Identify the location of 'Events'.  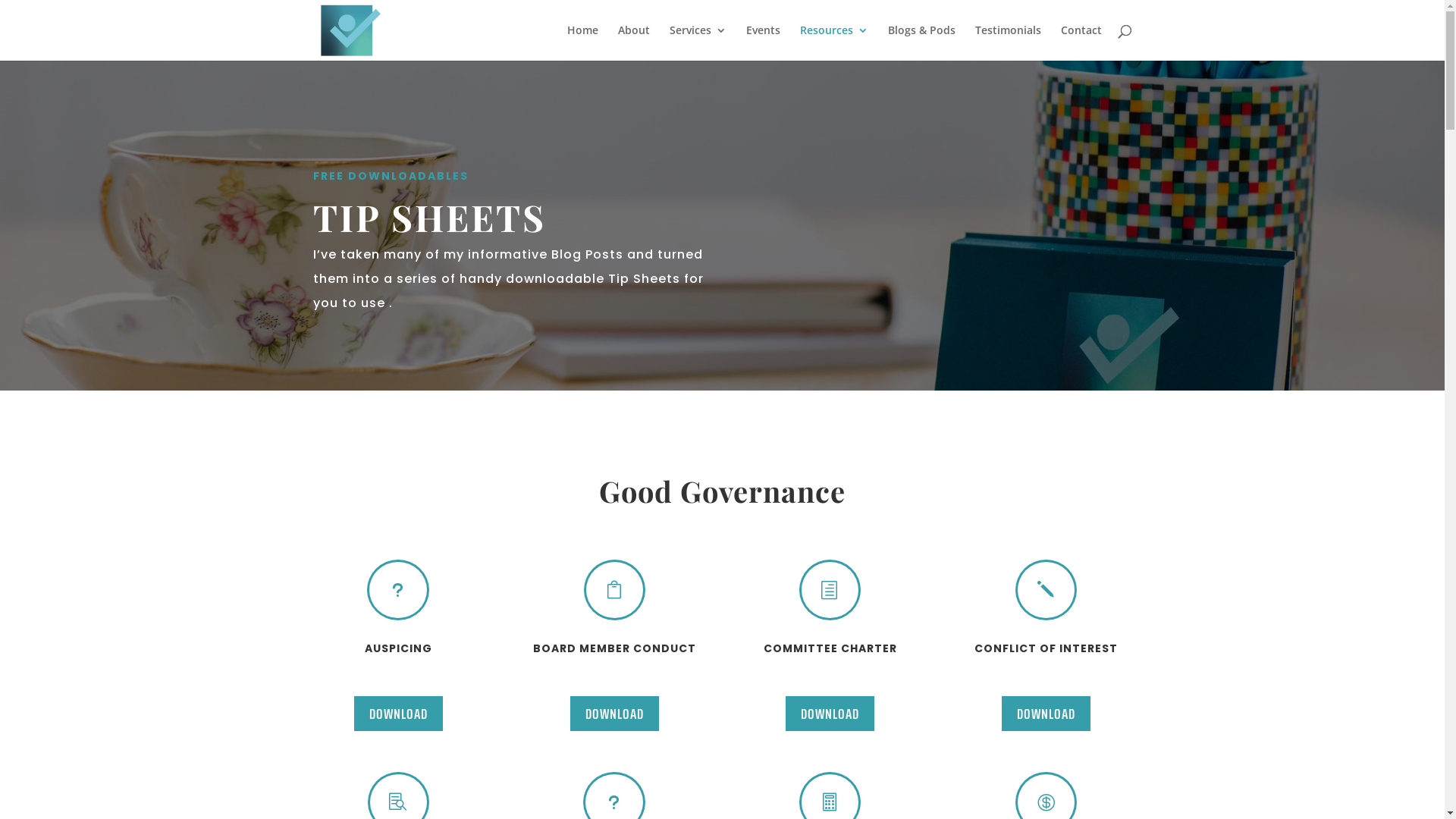
(763, 42).